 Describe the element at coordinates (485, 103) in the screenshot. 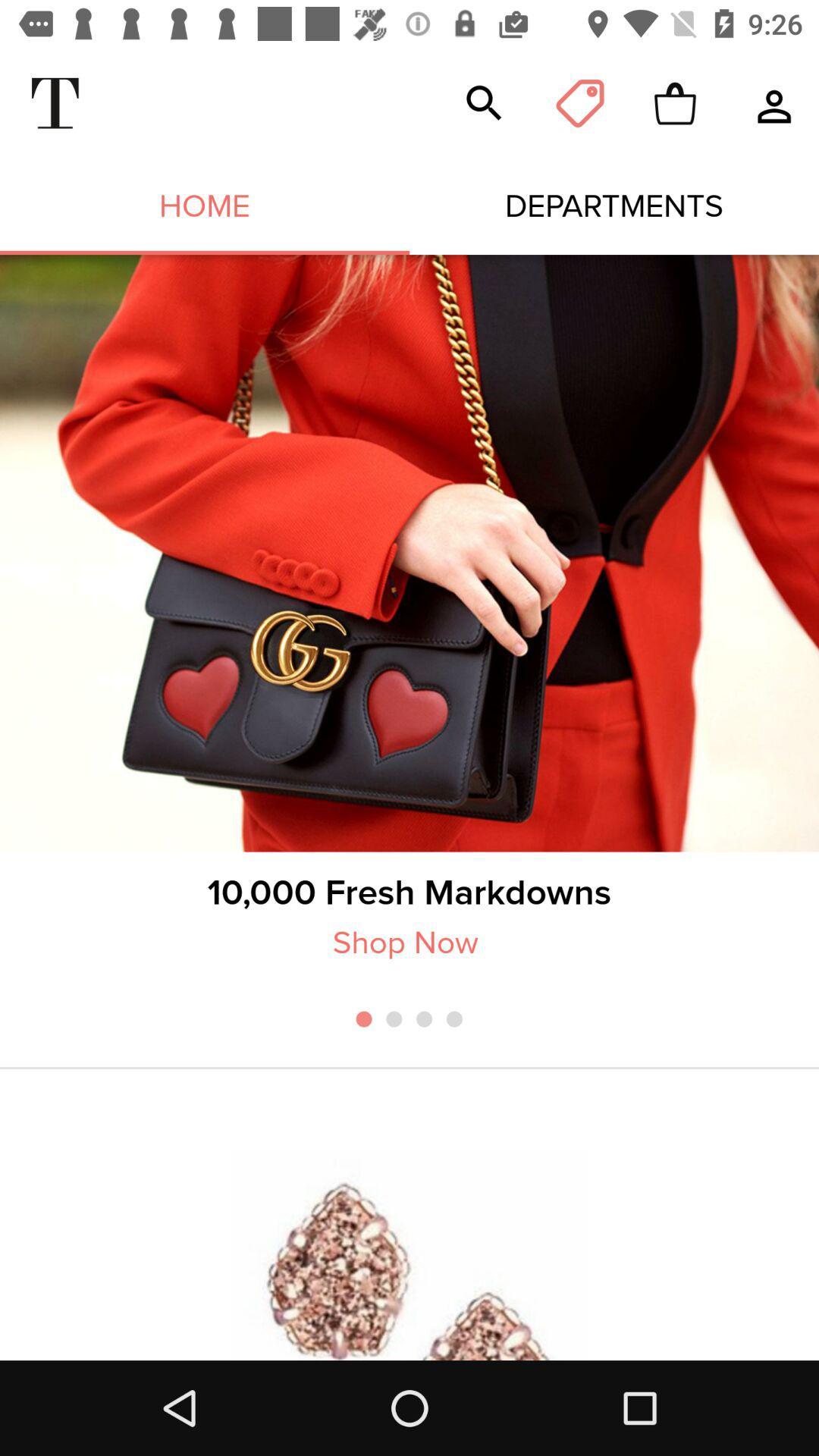

I see `the search icon which is beside t` at that location.